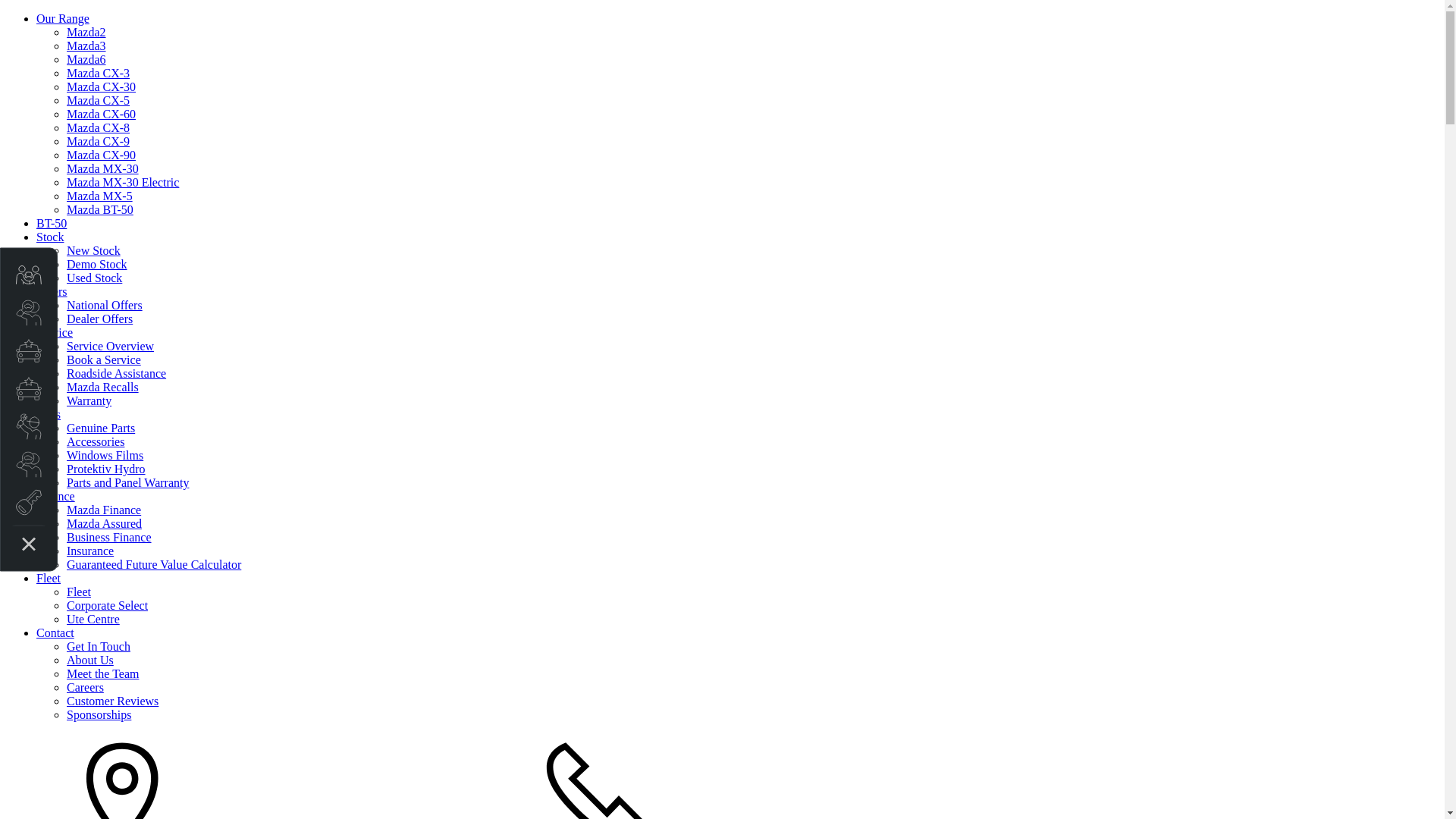 The width and height of the screenshot is (1456, 819). What do you see at coordinates (100, 86) in the screenshot?
I see `'Mazda CX-30'` at bounding box center [100, 86].